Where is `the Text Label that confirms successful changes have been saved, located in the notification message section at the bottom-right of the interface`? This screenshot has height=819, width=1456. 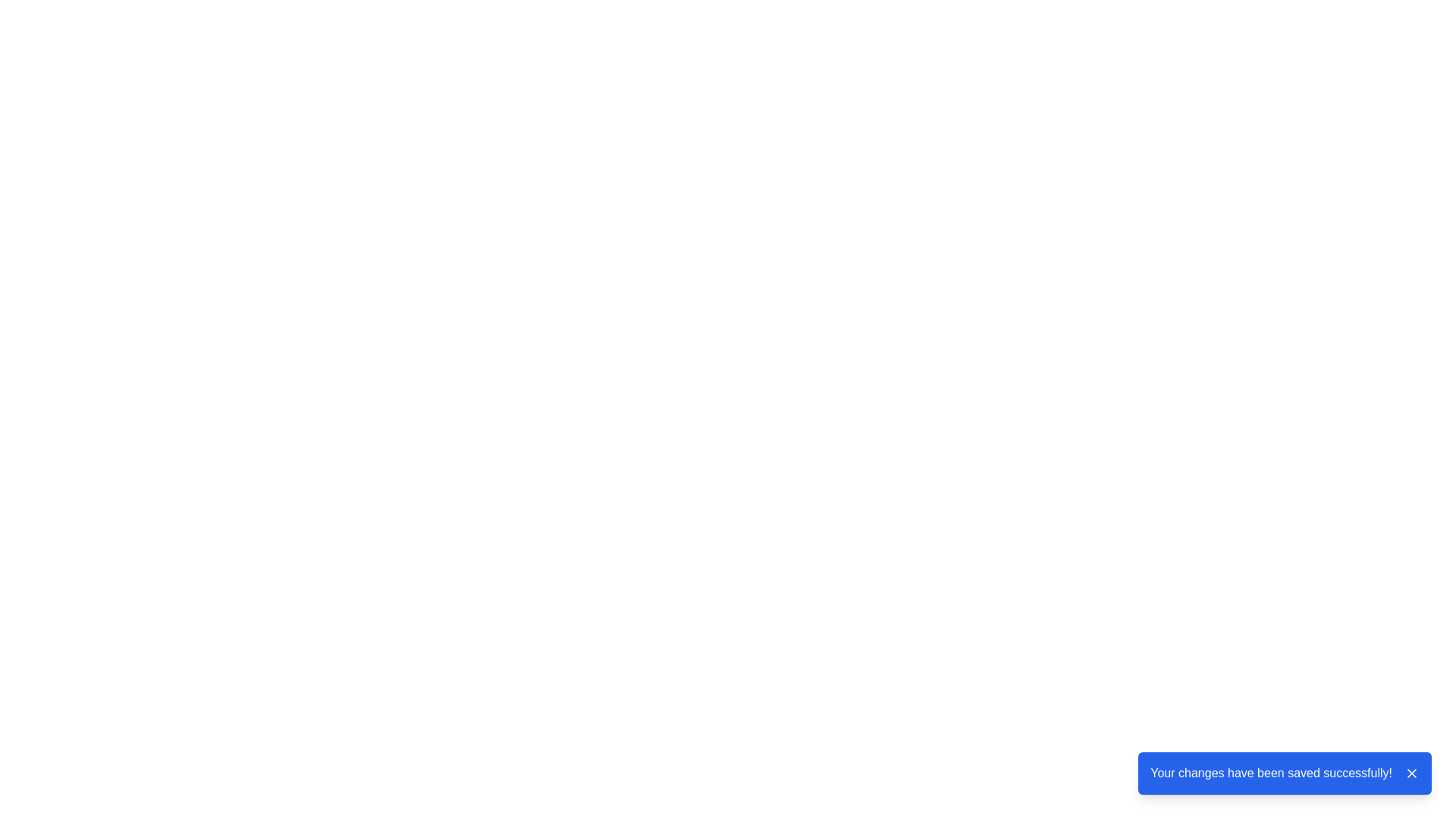
the Text Label that confirms successful changes have been saved, located in the notification message section at the bottom-right of the interface is located at coordinates (1271, 773).